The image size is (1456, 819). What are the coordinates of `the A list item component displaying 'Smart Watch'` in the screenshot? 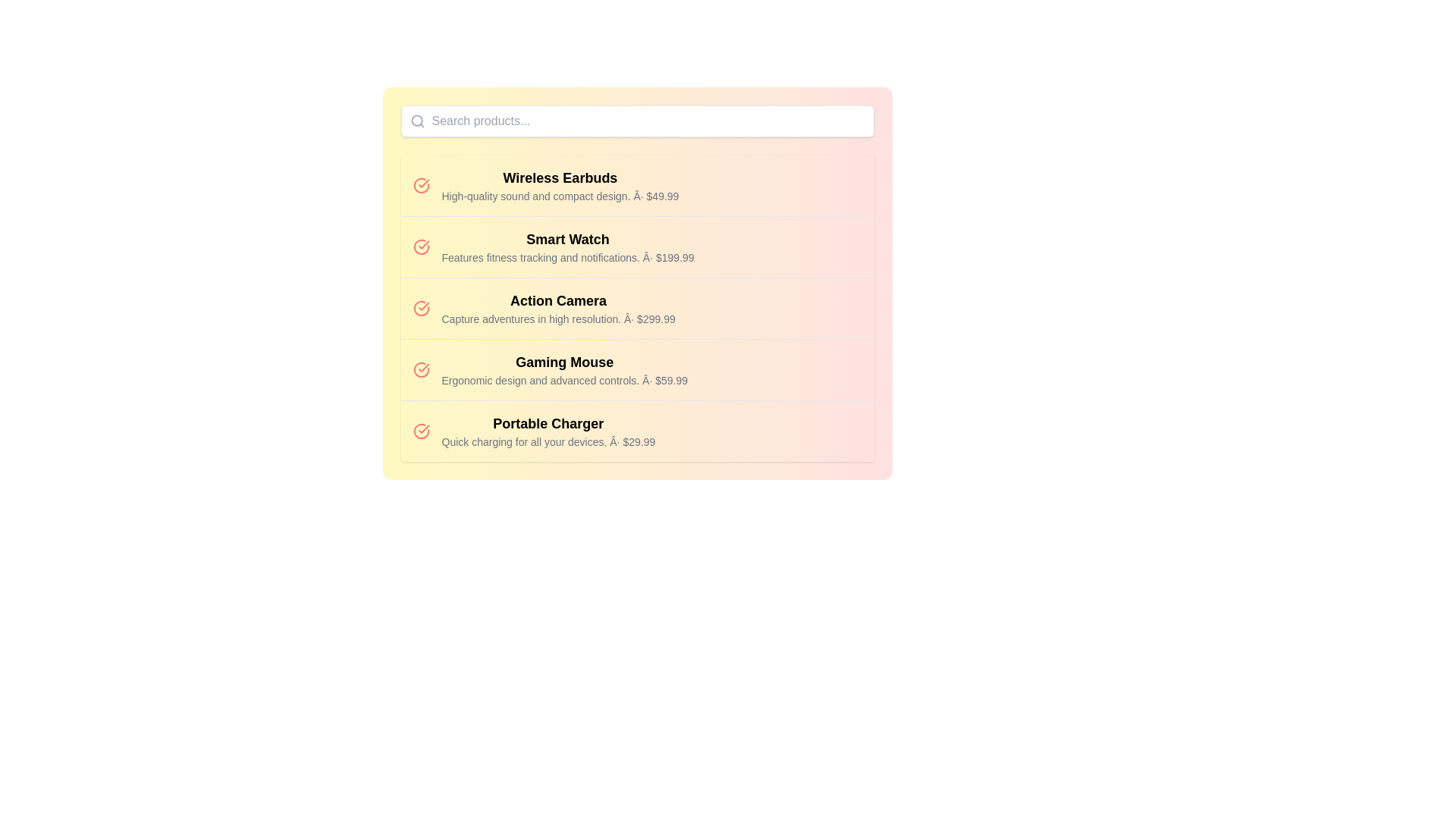 It's located at (637, 246).